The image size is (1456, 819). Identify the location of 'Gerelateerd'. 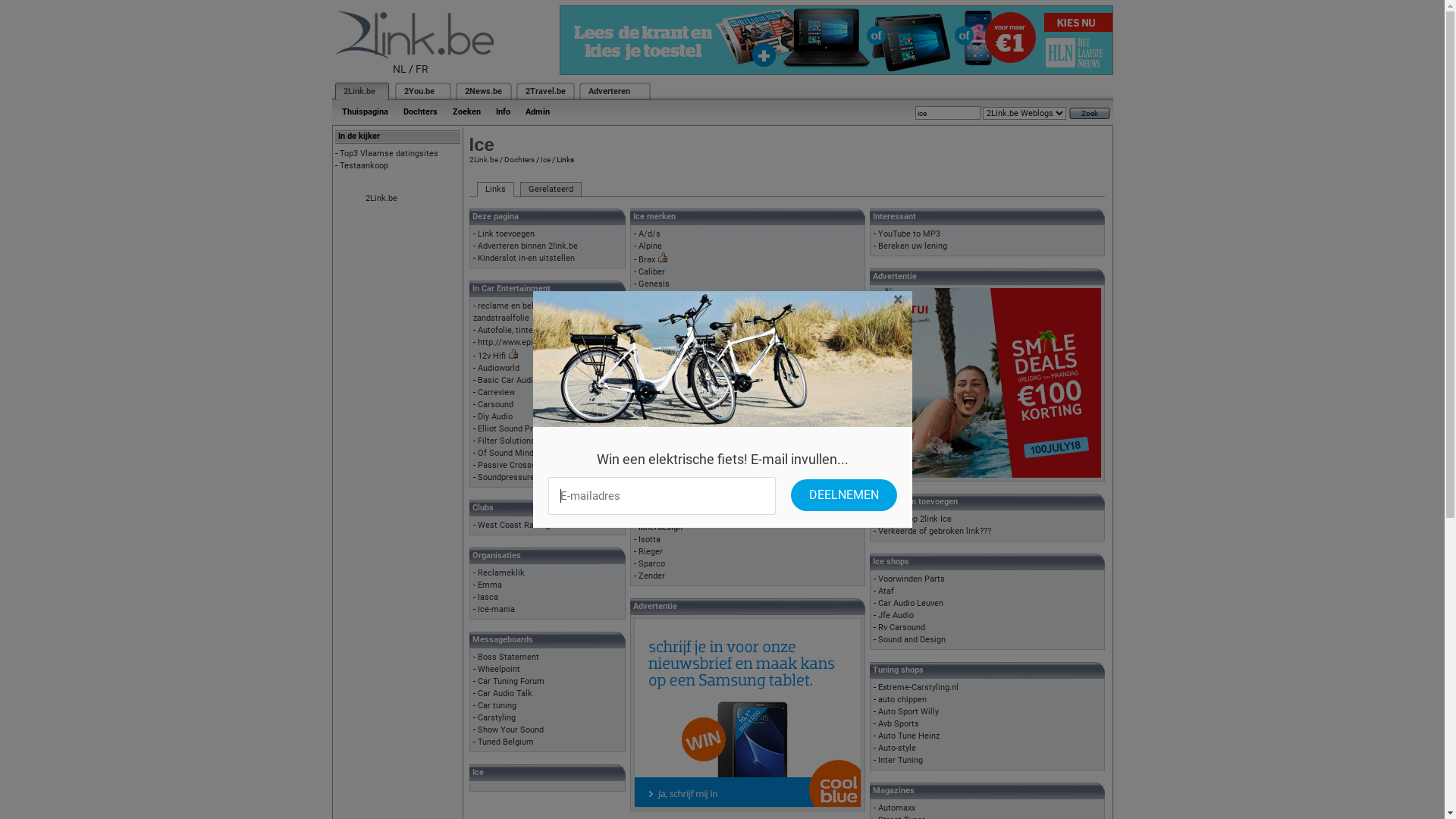
(550, 189).